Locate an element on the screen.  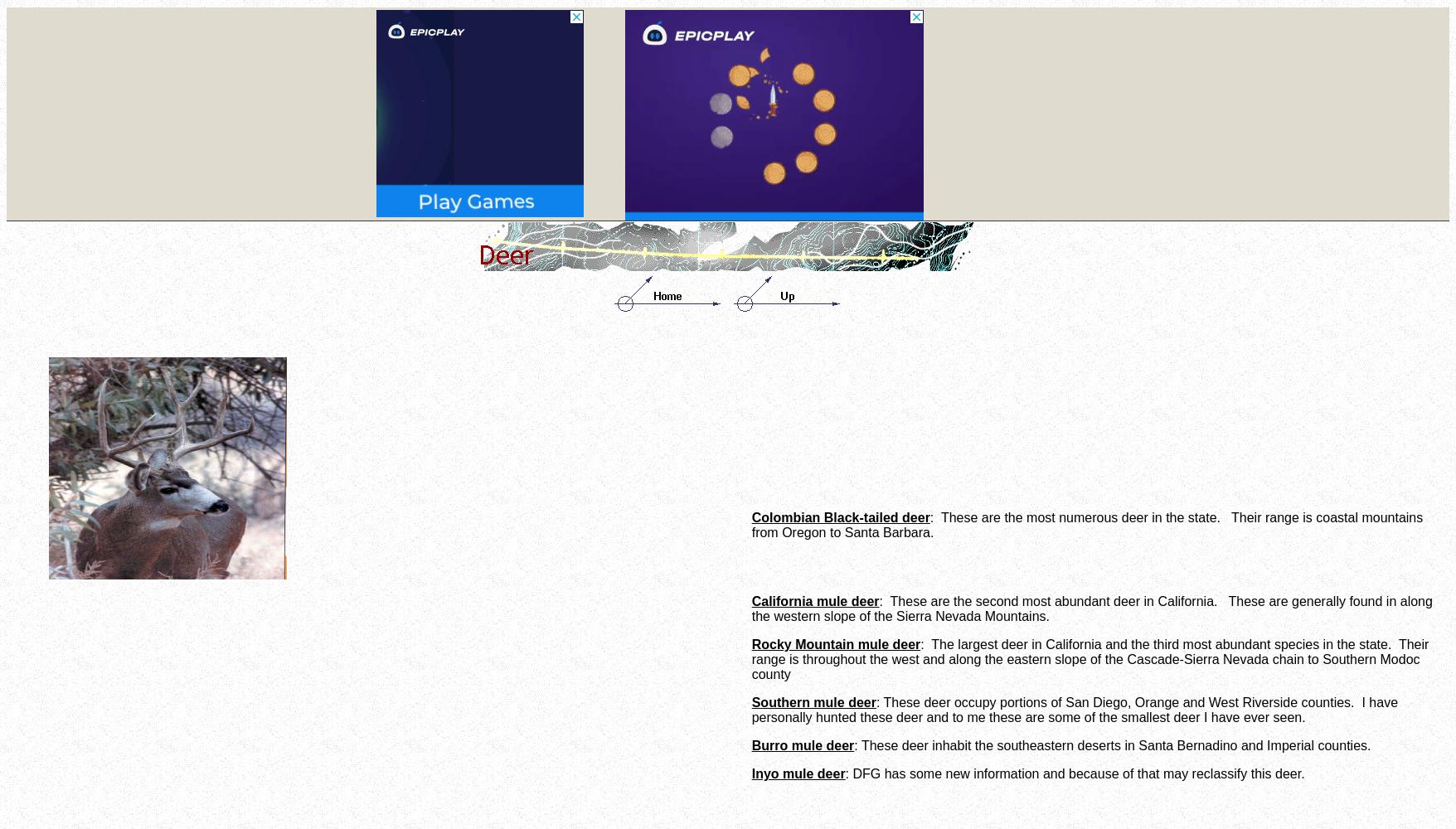
'Inyo mule deer' is located at coordinates (798, 773).